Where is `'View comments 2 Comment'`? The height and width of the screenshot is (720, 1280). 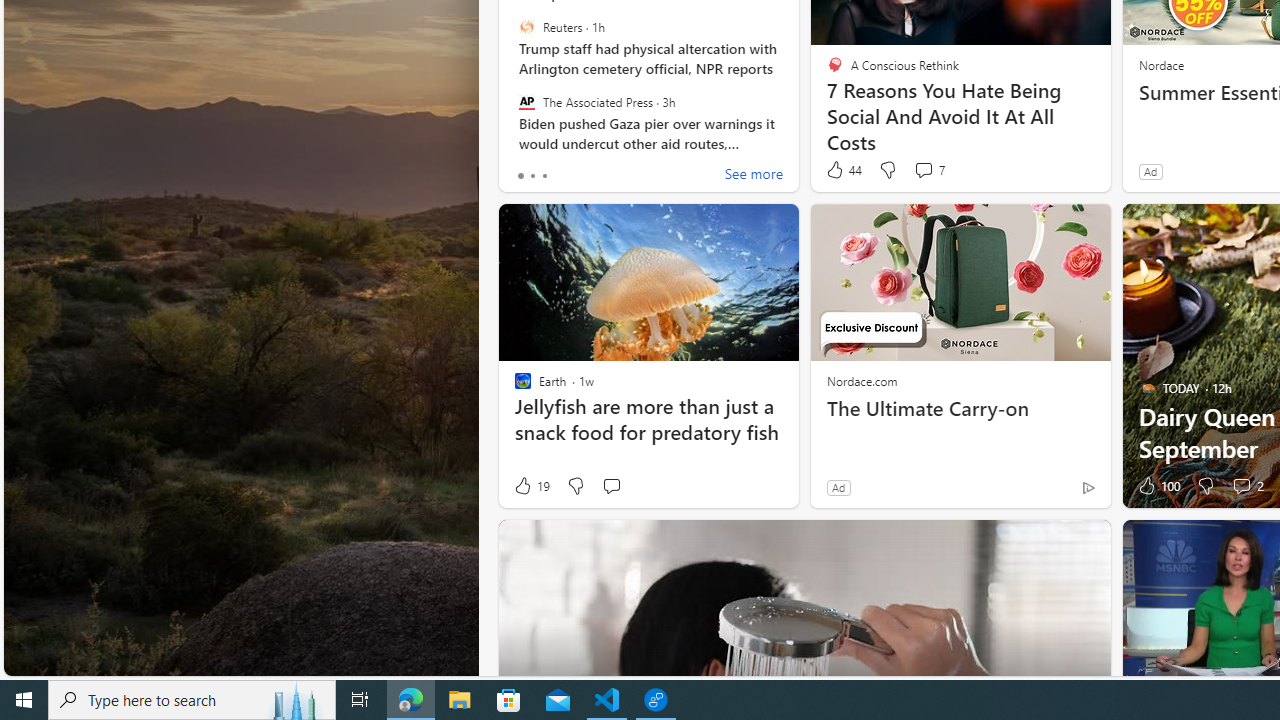
'View comments 2 Comment' is located at coordinates (1246, 486).